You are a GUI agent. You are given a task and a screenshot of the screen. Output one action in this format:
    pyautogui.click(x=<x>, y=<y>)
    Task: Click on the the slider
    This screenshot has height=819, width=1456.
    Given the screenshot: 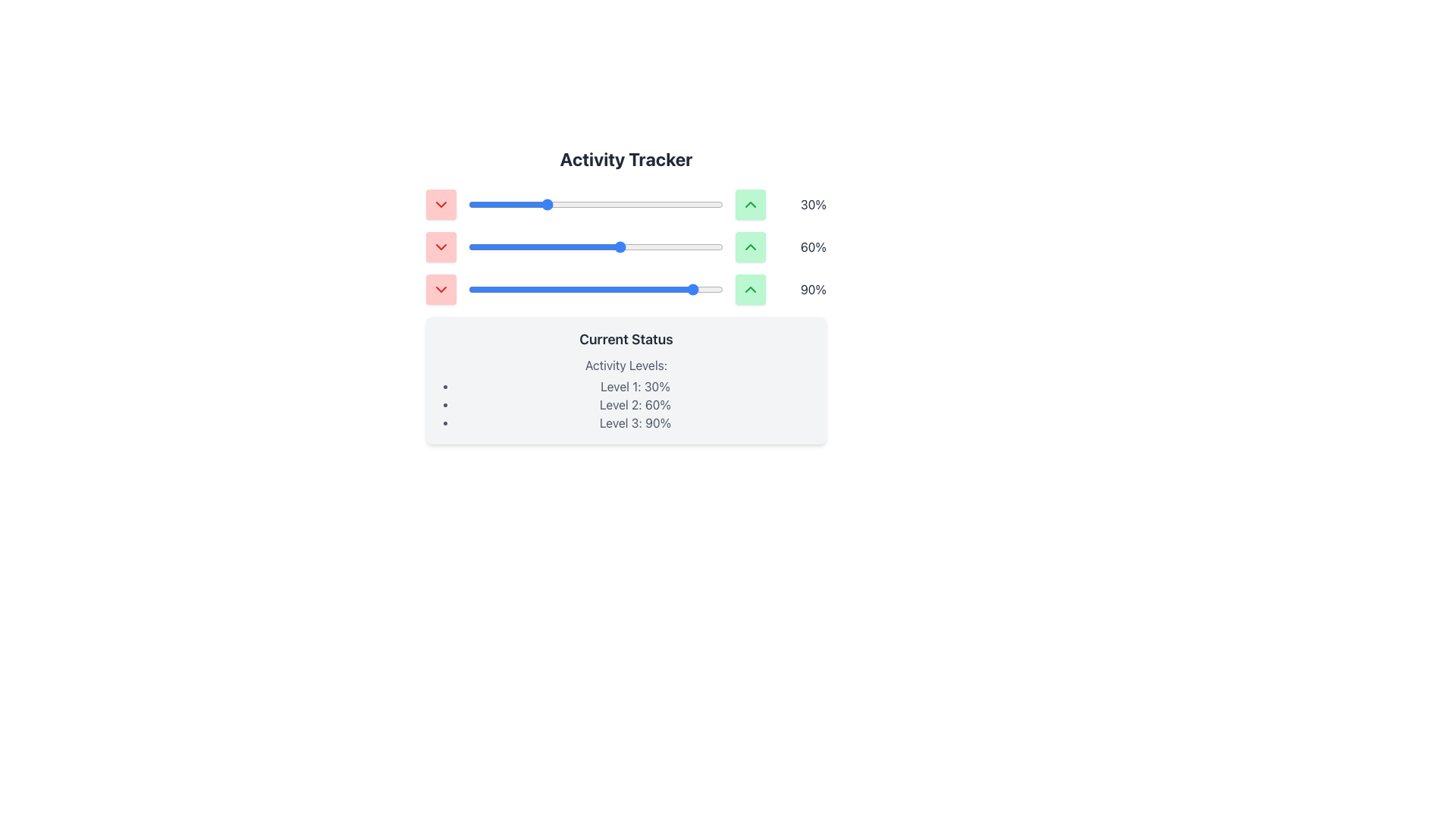 What is the action you would take?
    pyautogui.click(x=634, y=289)
    